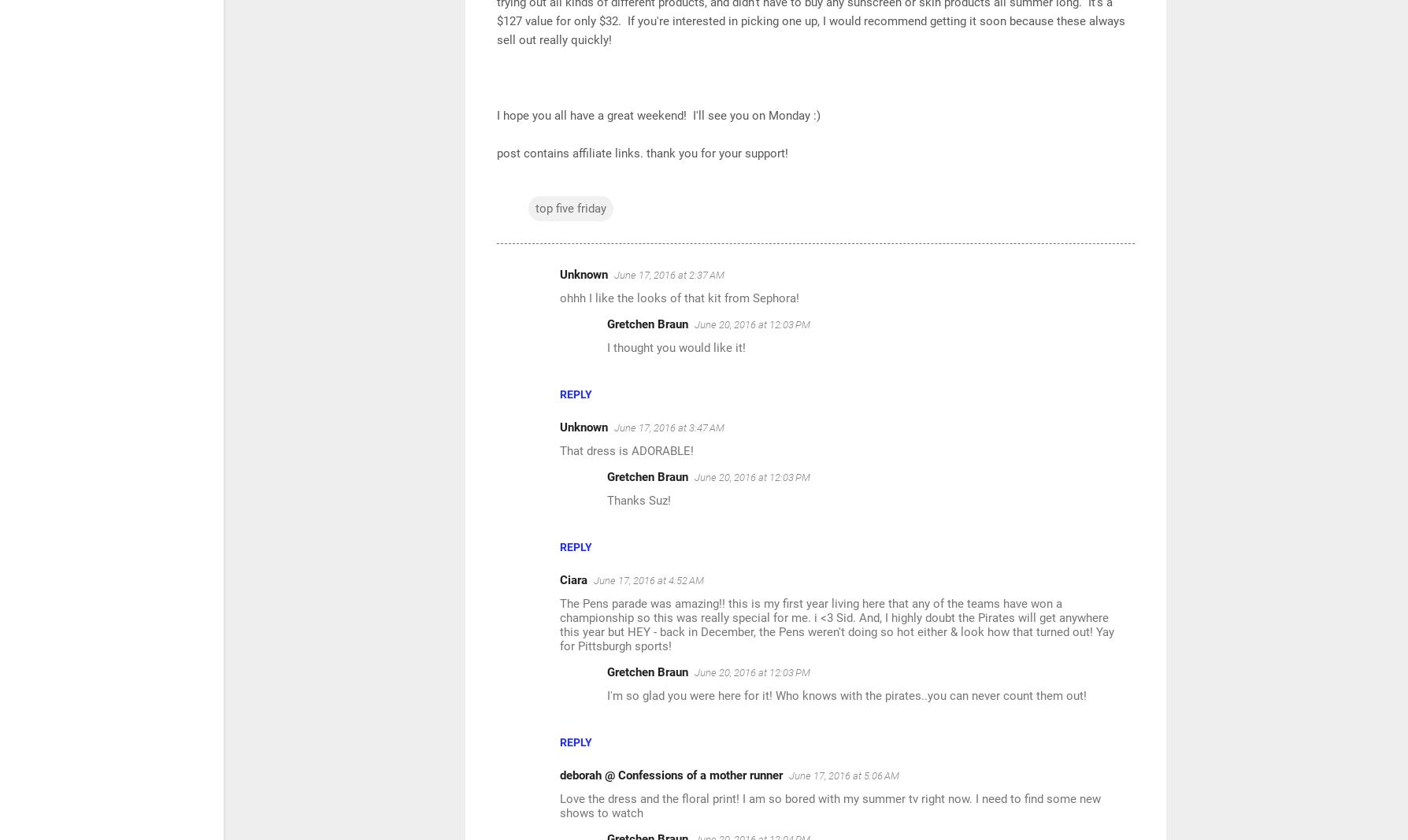 The height and width of the screenshot is (840, 1408). What do you see at coordinates (836, 624) in the screenshot?
I see `'The Pens parade was amazing!! this is my first year living here that any of the teams have won a championship so this was really special for me. i <3 Sid. And, I highly doubt the Pirates will get anywhere this year but HEY - back in December, the Pens weren't doing so hot either & look how that turned out! Yay for Pittsburgh sports!'` at bounding box center [836, 624].